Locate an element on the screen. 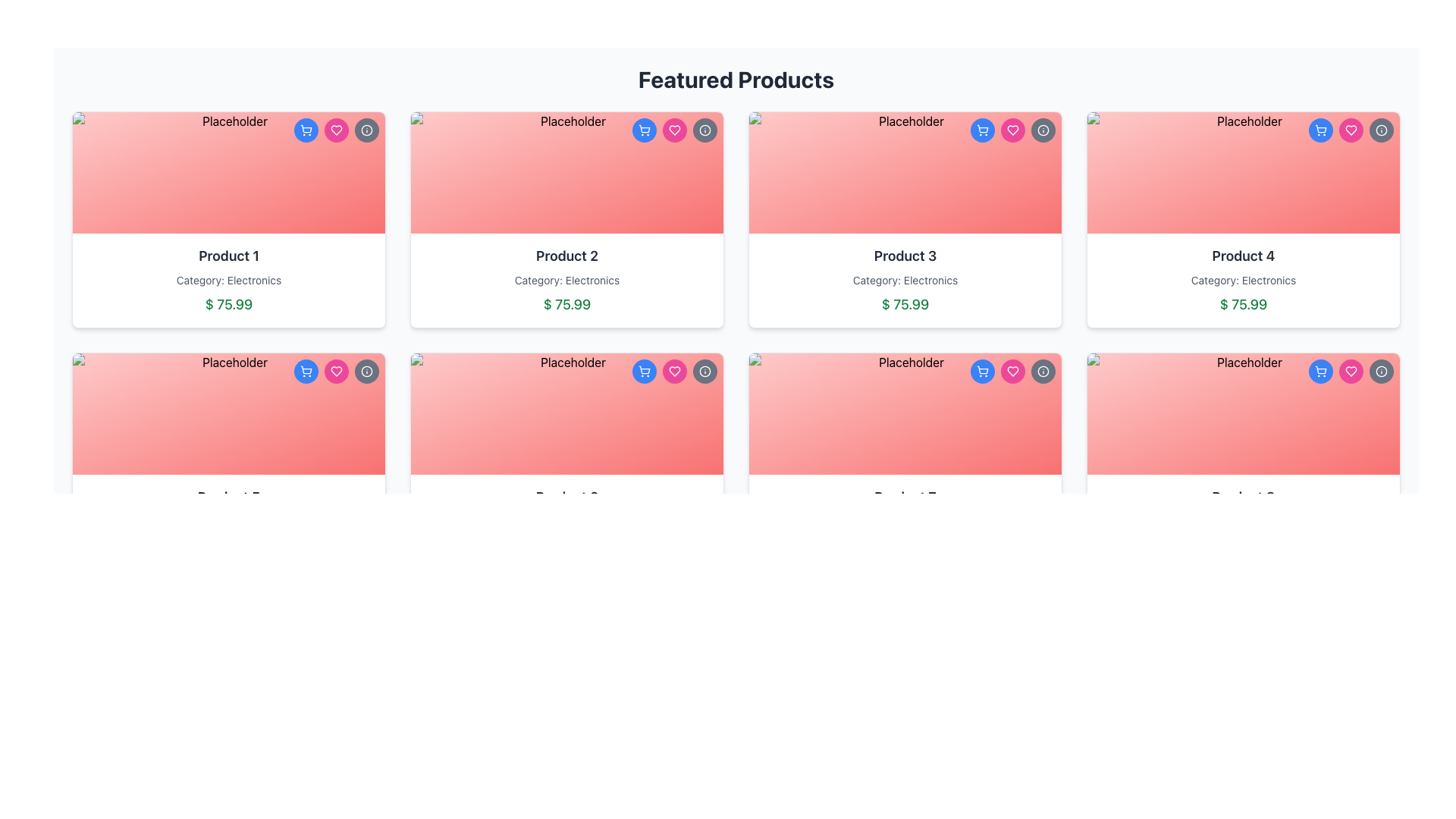  the circular pink button with a heart icon in the top-right section of the product card to mark the item as a favorite is located at coordinates (1351, 371).